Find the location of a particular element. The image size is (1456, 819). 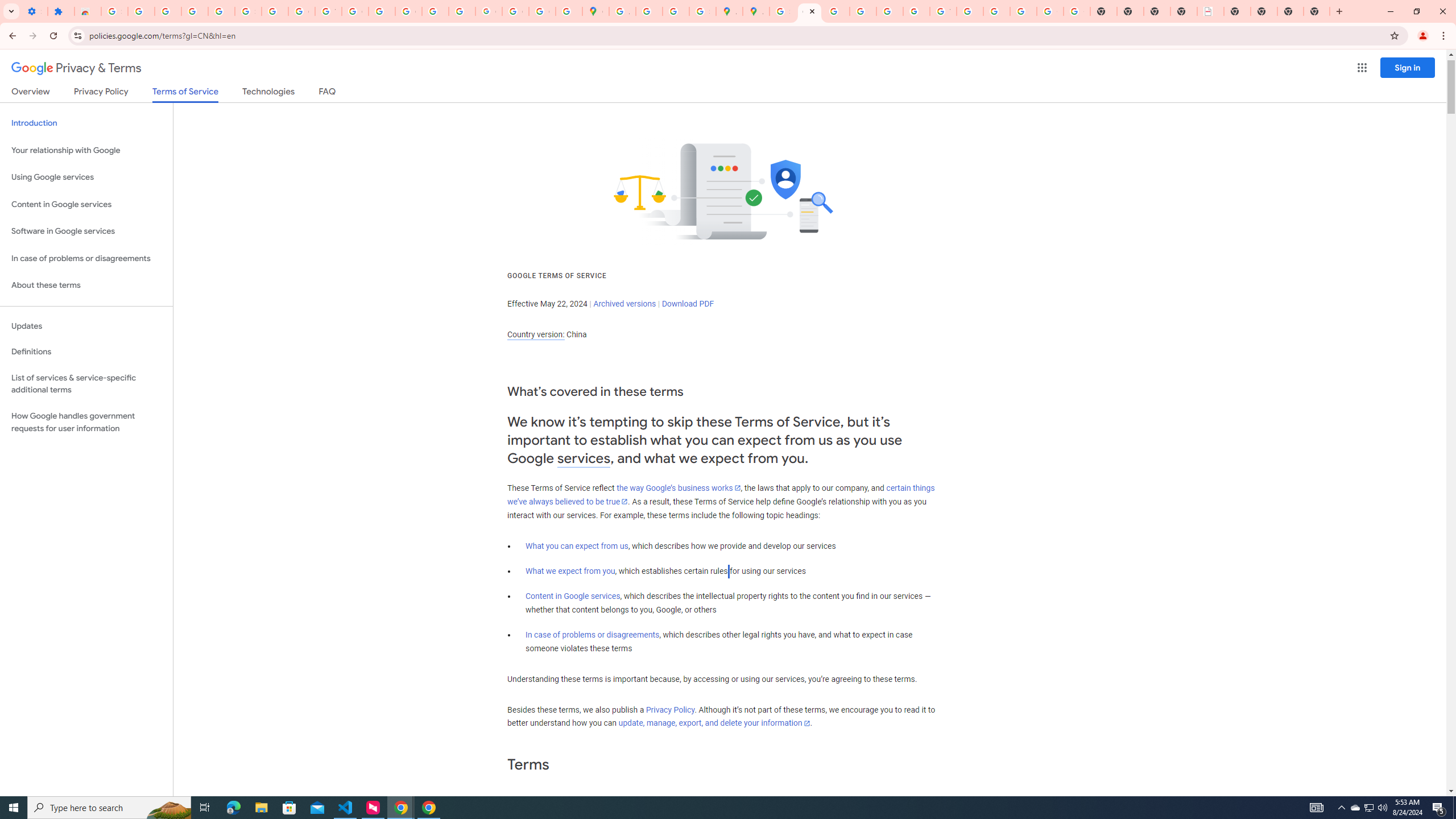

'Sign in - Google Accounts' is located at coordinates (113, 11).